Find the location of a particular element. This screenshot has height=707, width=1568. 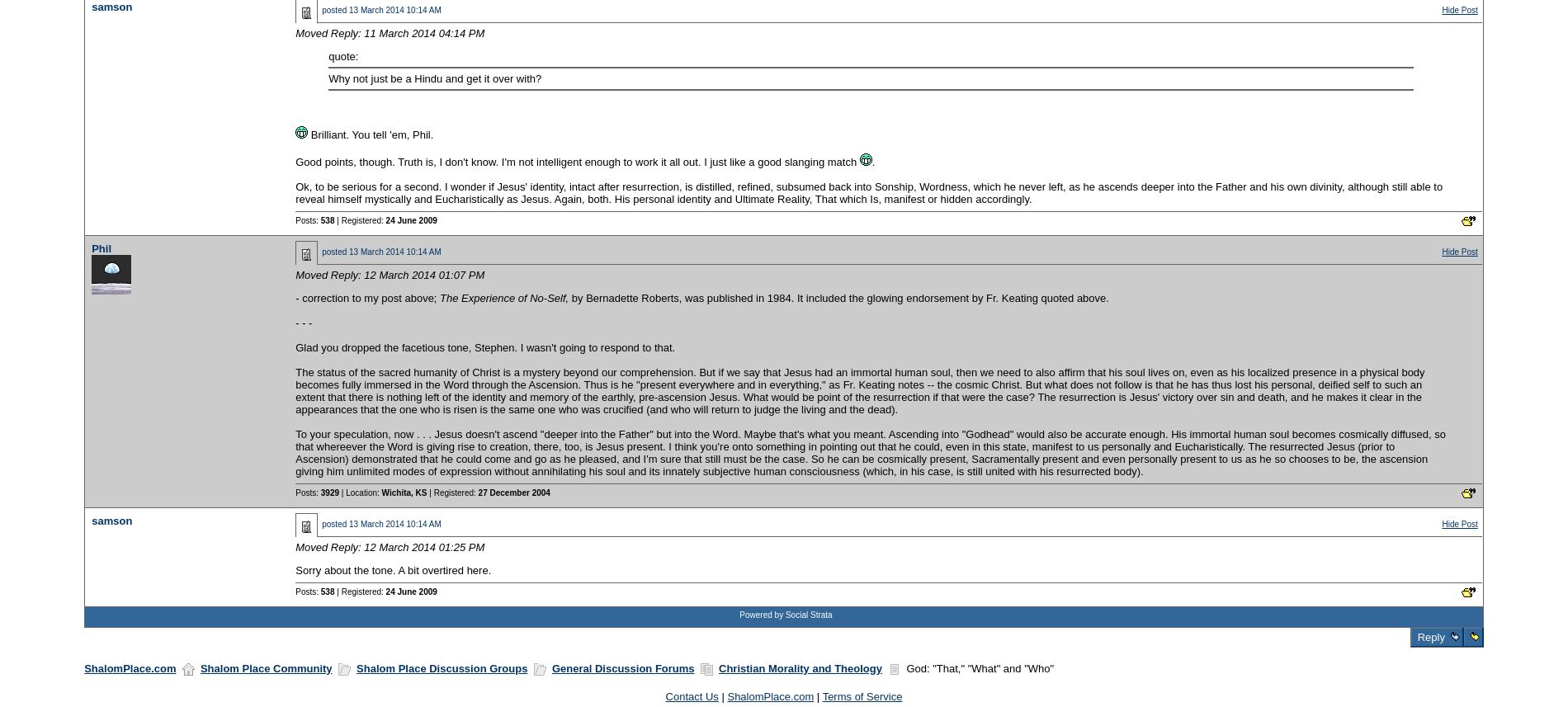

'Christian Morality and Theology' is located at coordinates (800, 667).